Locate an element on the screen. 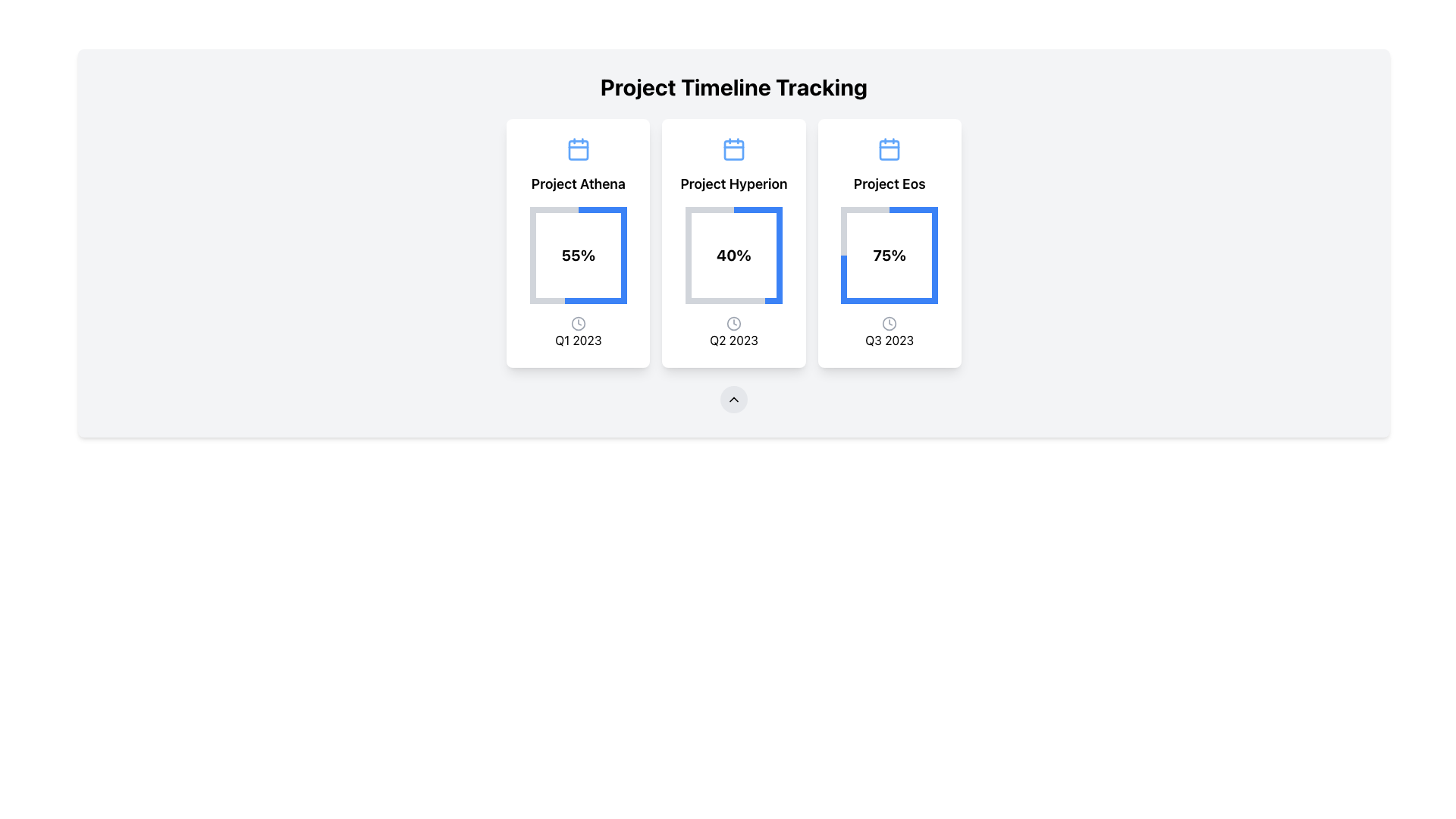 The image size is (1456, 819). the circular progress indicator displaying '75%' in the center, which is located within the 'Project Eos' card is located at coordinates (890, 254).